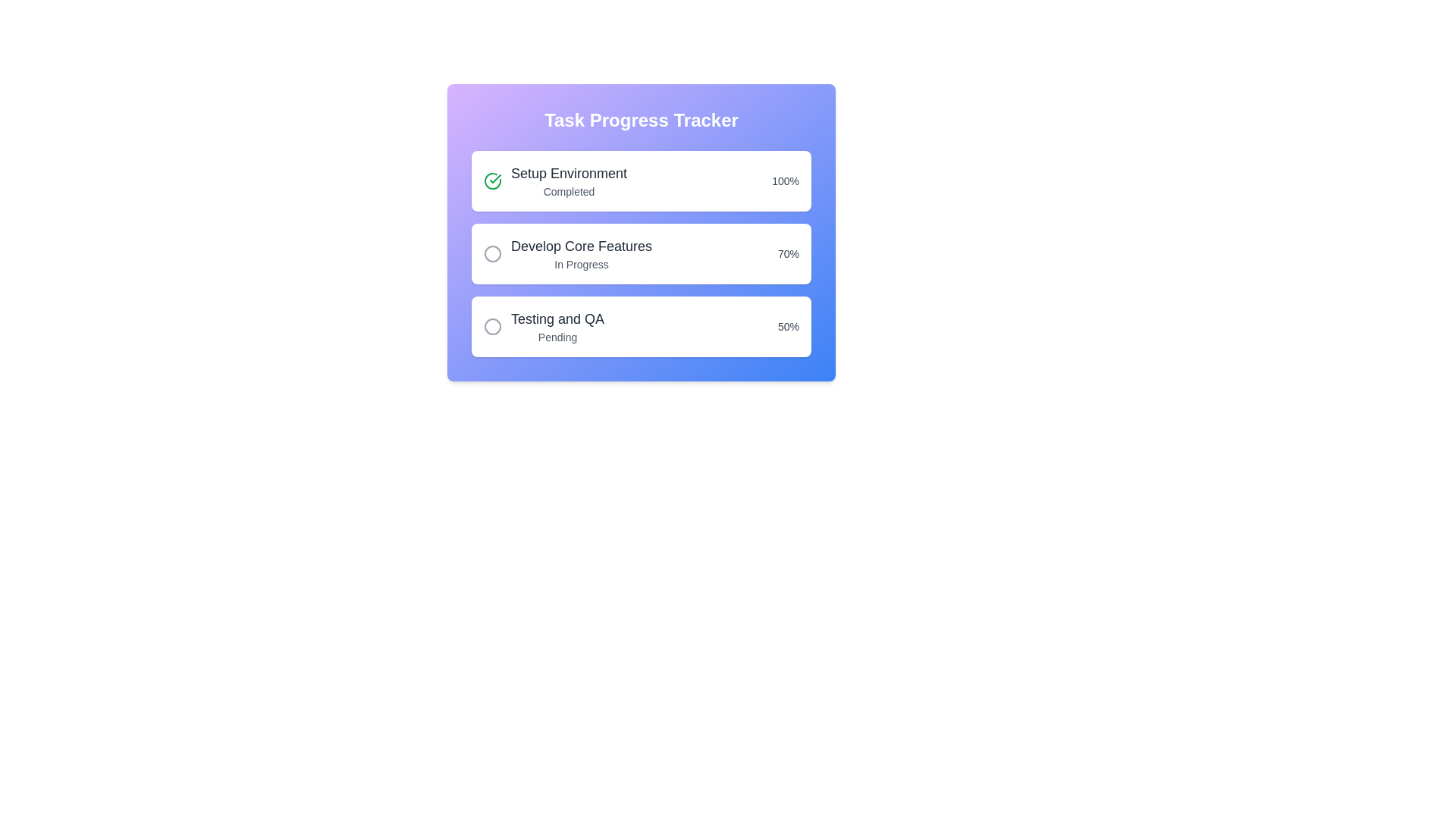 The image size is (1456, 819). I want to click on the static text label indicating the progress phase of 'Develop Core Features', located beneath the corresponding text within the central progress item card, so click(581, 263).